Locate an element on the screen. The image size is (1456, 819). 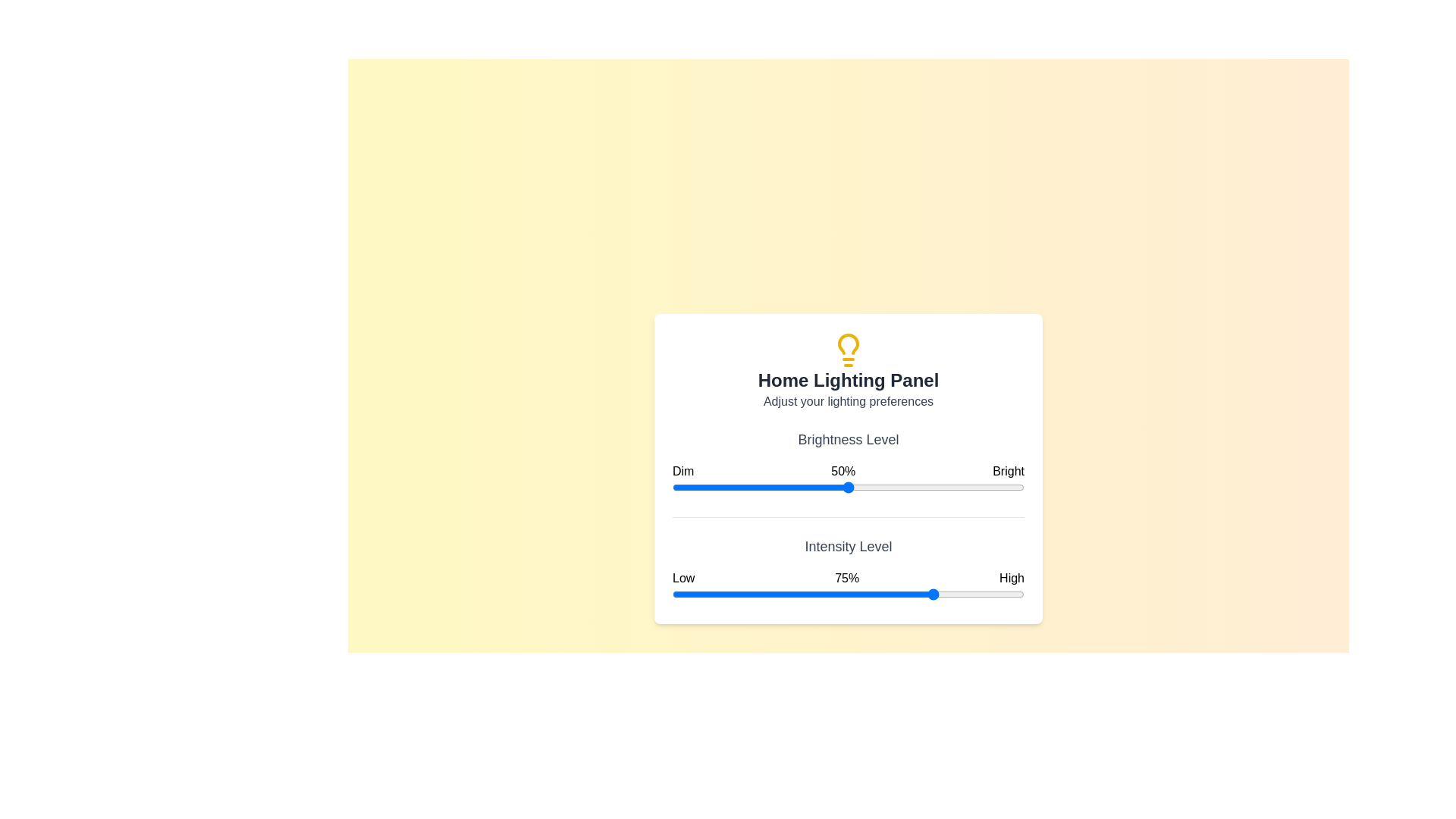
current intensity level from the 'Intensity Level' slider component, which is styled with a blue line indicating the current intensity at 75% is located at coordinates (847, 570).